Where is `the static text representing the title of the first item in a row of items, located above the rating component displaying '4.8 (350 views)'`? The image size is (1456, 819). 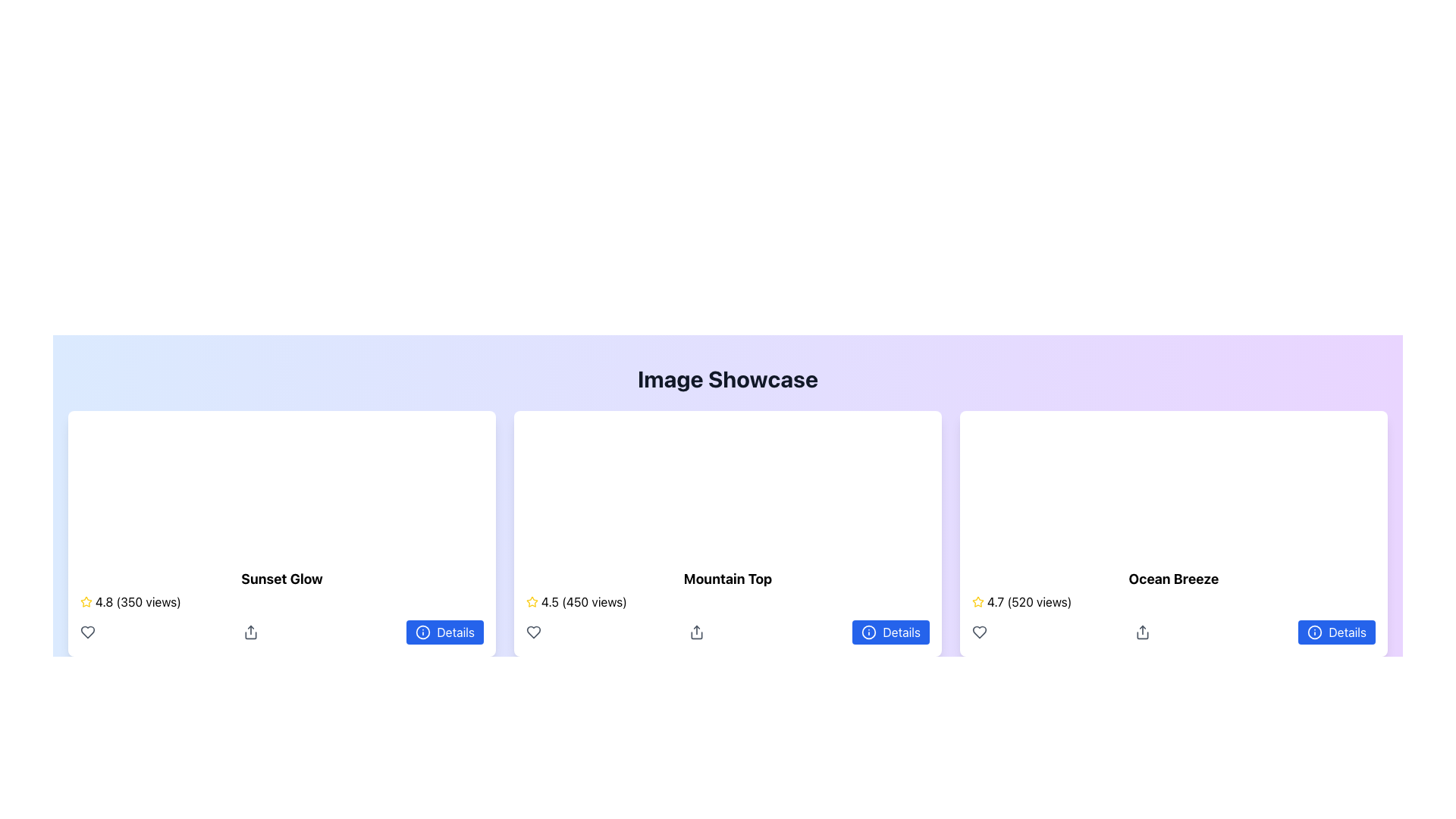
the static text representing the title of the first item in a row of items, located above the rating component displaying '4.8 (350 views)' is located at coordinates (282, 579).